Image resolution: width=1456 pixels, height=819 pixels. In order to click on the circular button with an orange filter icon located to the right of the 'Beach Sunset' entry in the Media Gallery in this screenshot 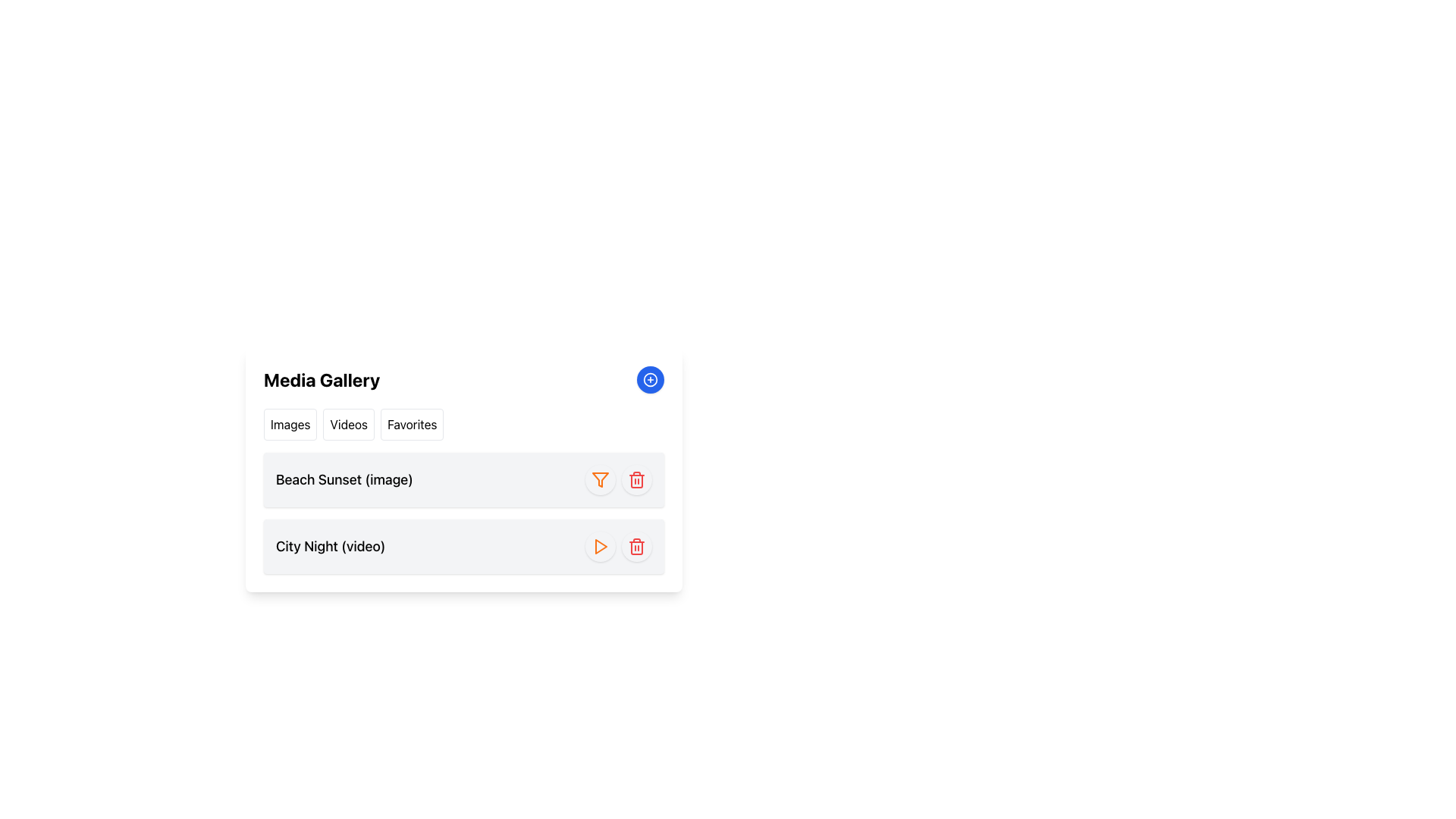, I will do `click(600, 479)`.